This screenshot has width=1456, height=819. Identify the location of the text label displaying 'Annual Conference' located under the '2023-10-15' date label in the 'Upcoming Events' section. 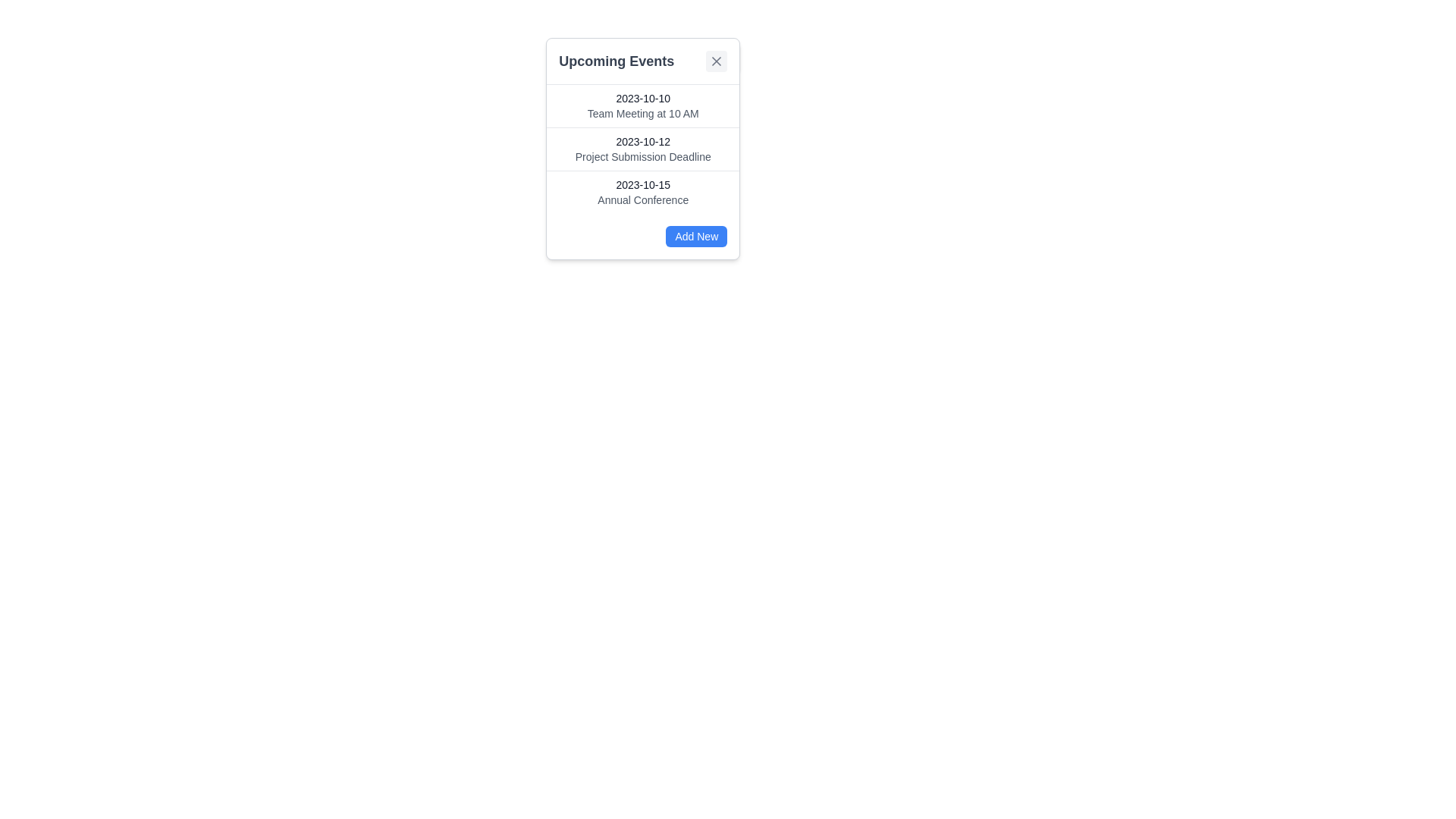
(643, 199).